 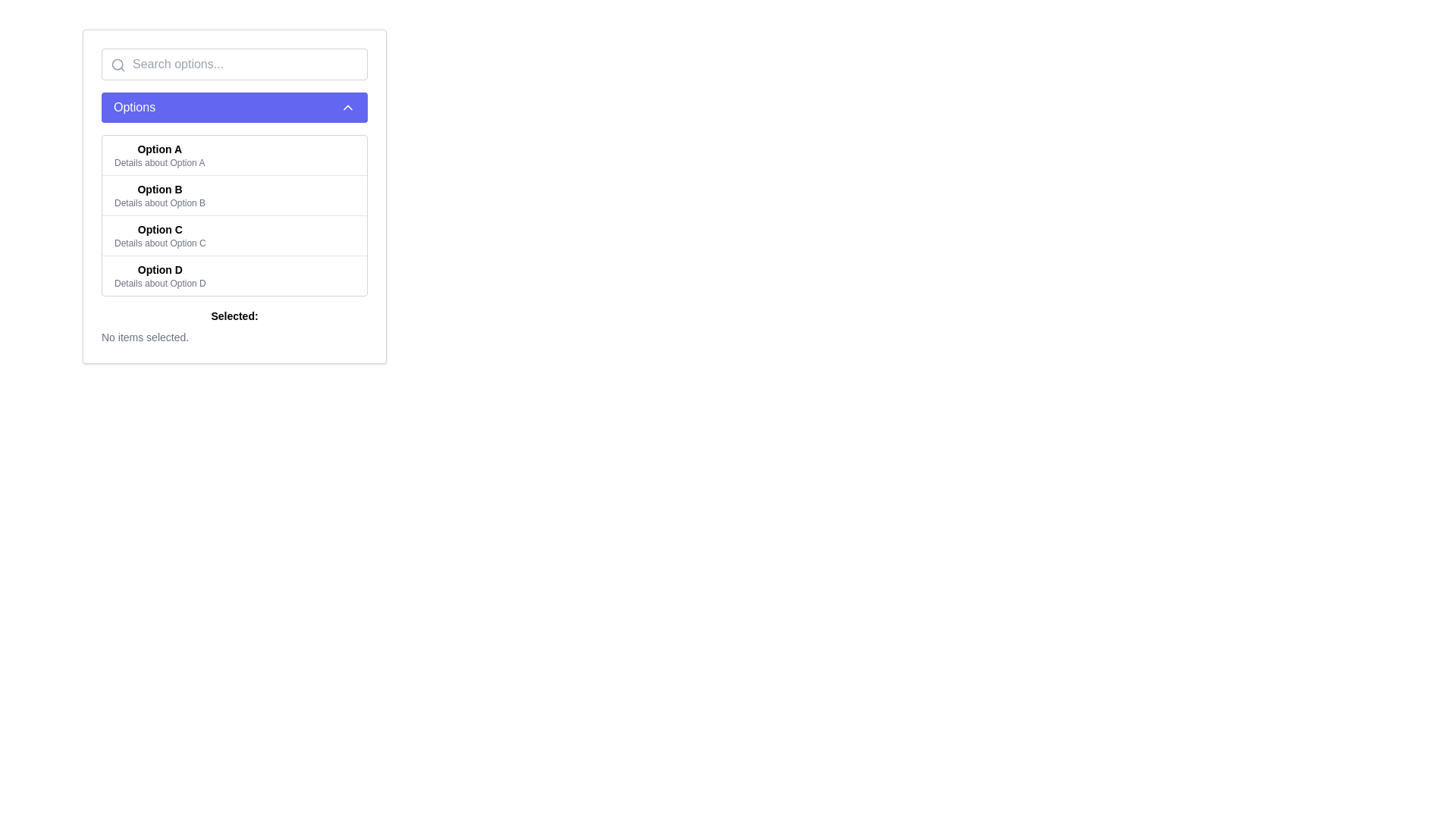 What do you see at coordinates (160, 268) in the screenshot?
I see `the static text label displaying 'Option D', which is styled in bold and slightly smaller-than-normal font size, positioned at the top of the section for 'Option D'` at bounding box center [160, 268].